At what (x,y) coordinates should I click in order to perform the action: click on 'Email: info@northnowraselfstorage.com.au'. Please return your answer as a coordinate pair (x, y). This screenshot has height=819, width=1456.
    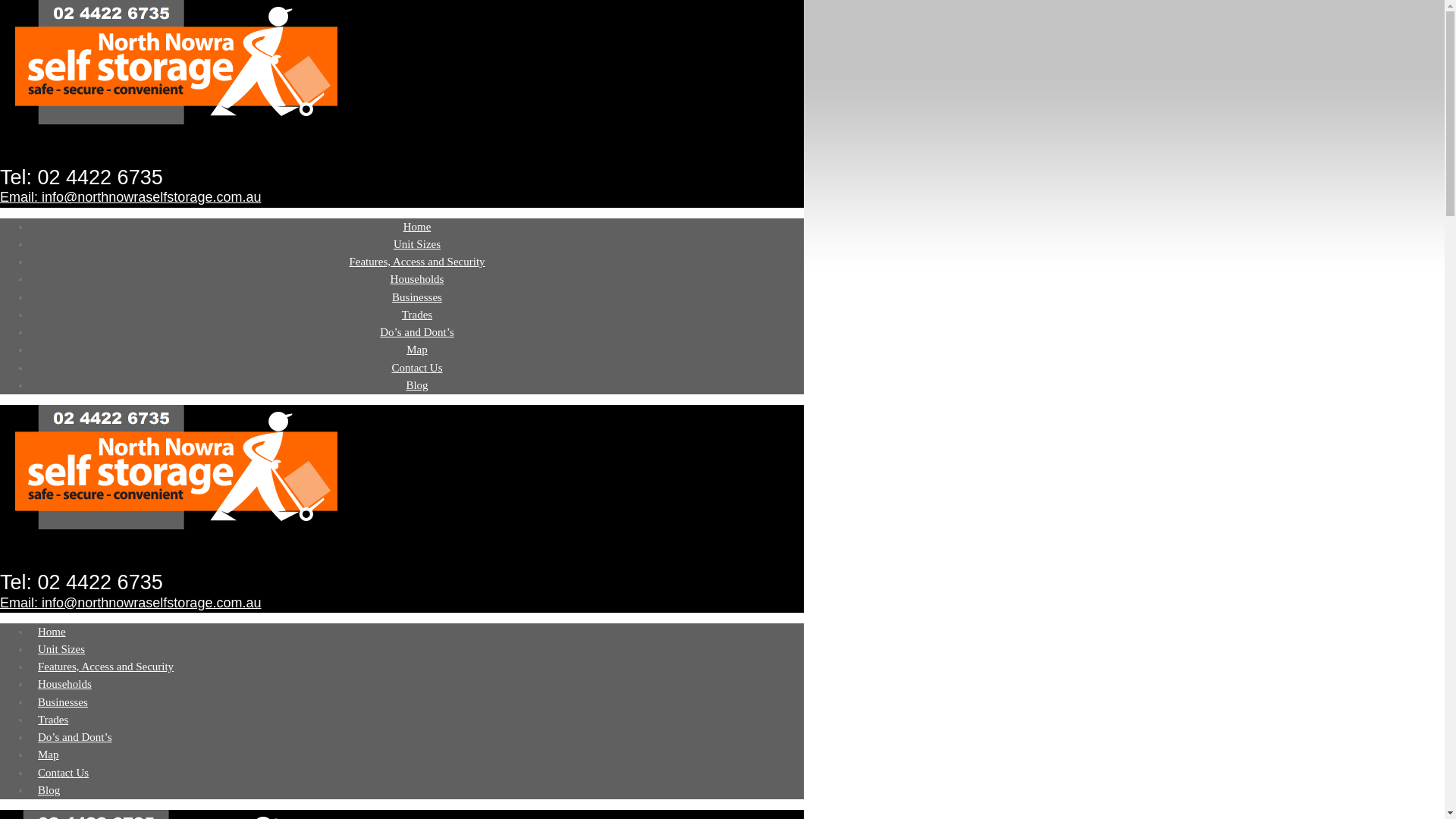
    Looking at the image, I should click on (130, 601).